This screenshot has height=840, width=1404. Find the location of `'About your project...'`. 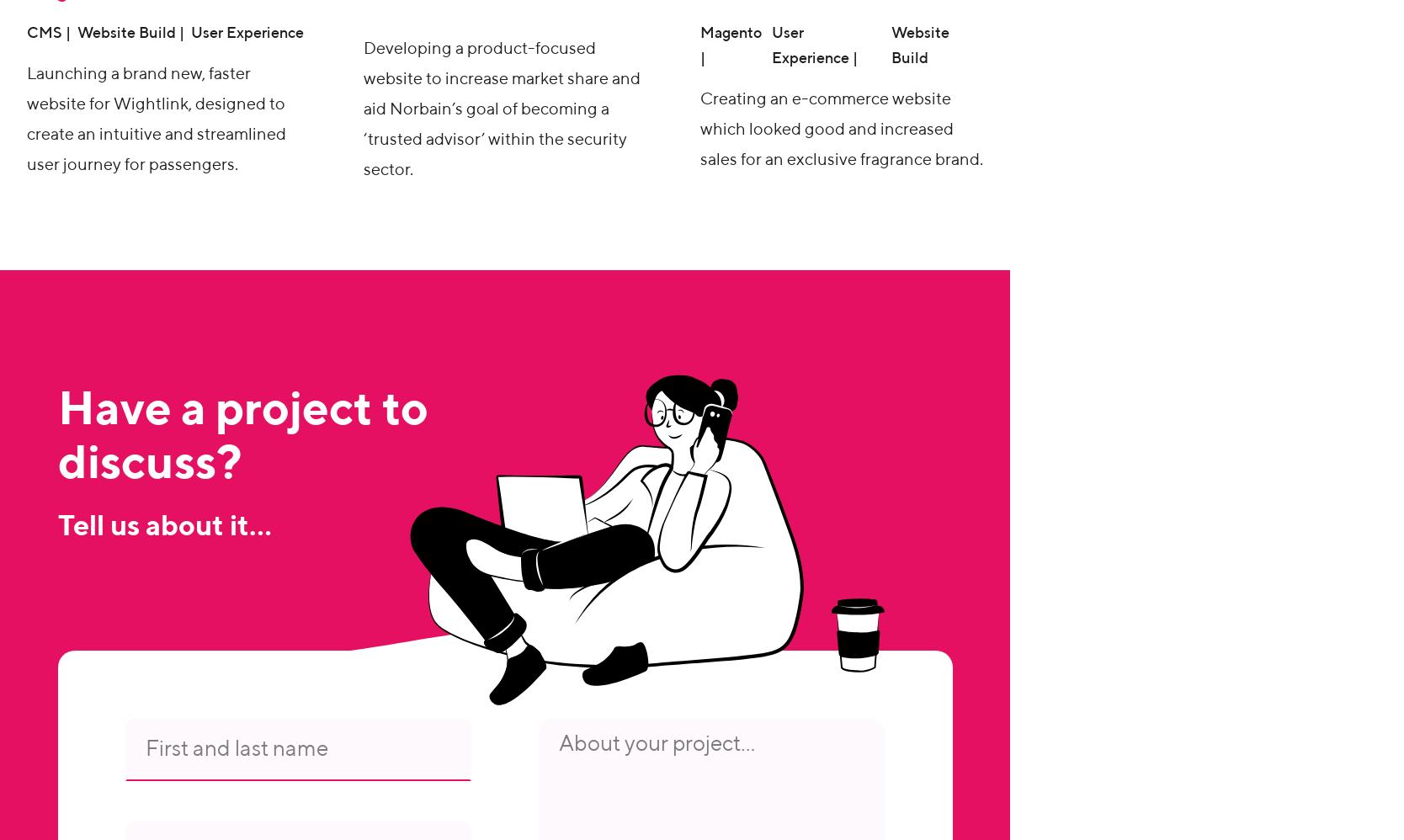

'About your project...' is located at coordinates (656, 743).